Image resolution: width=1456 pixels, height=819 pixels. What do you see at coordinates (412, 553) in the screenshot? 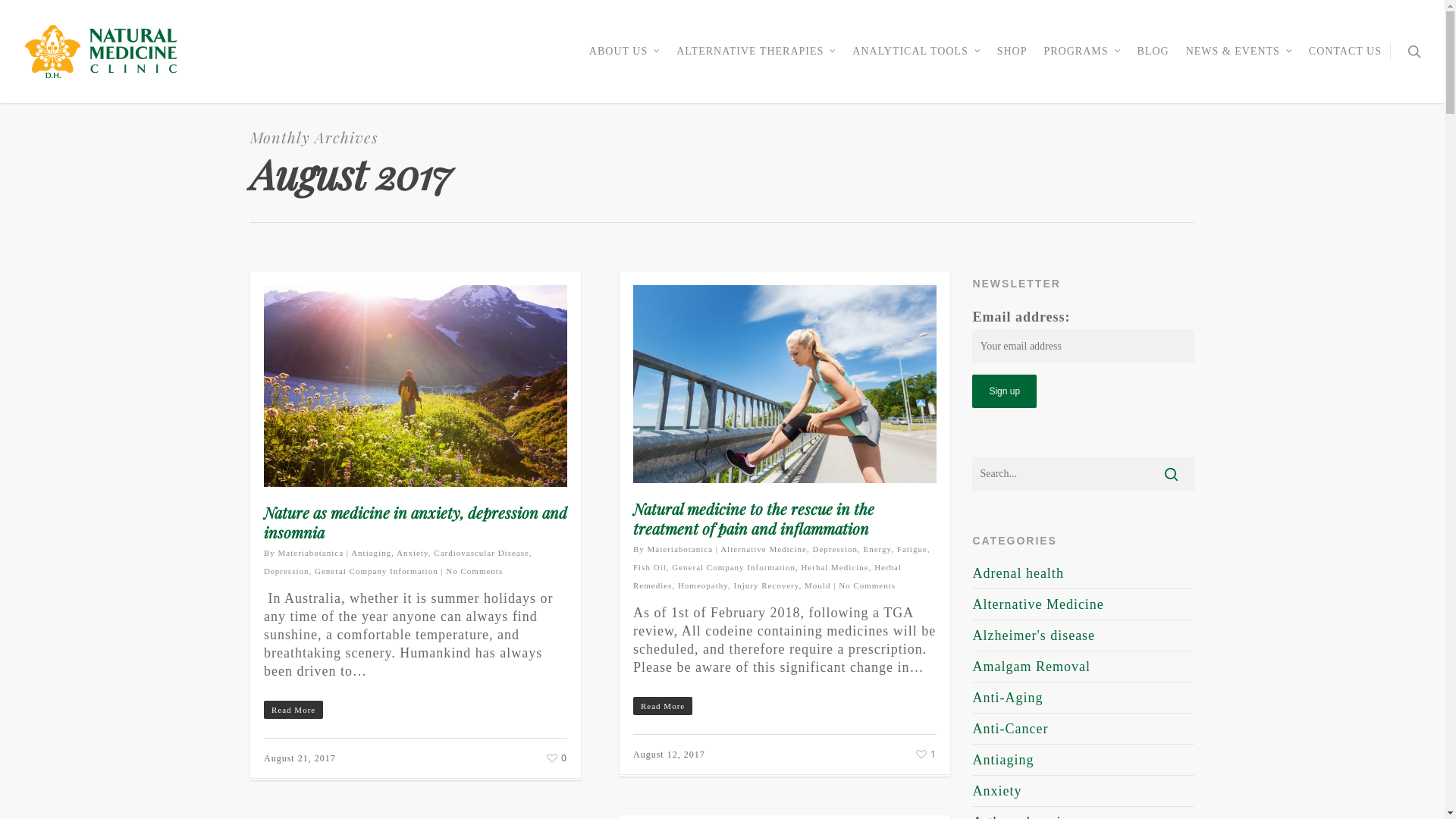
I see `'Anxiety'` at bounding box center [412, 553].